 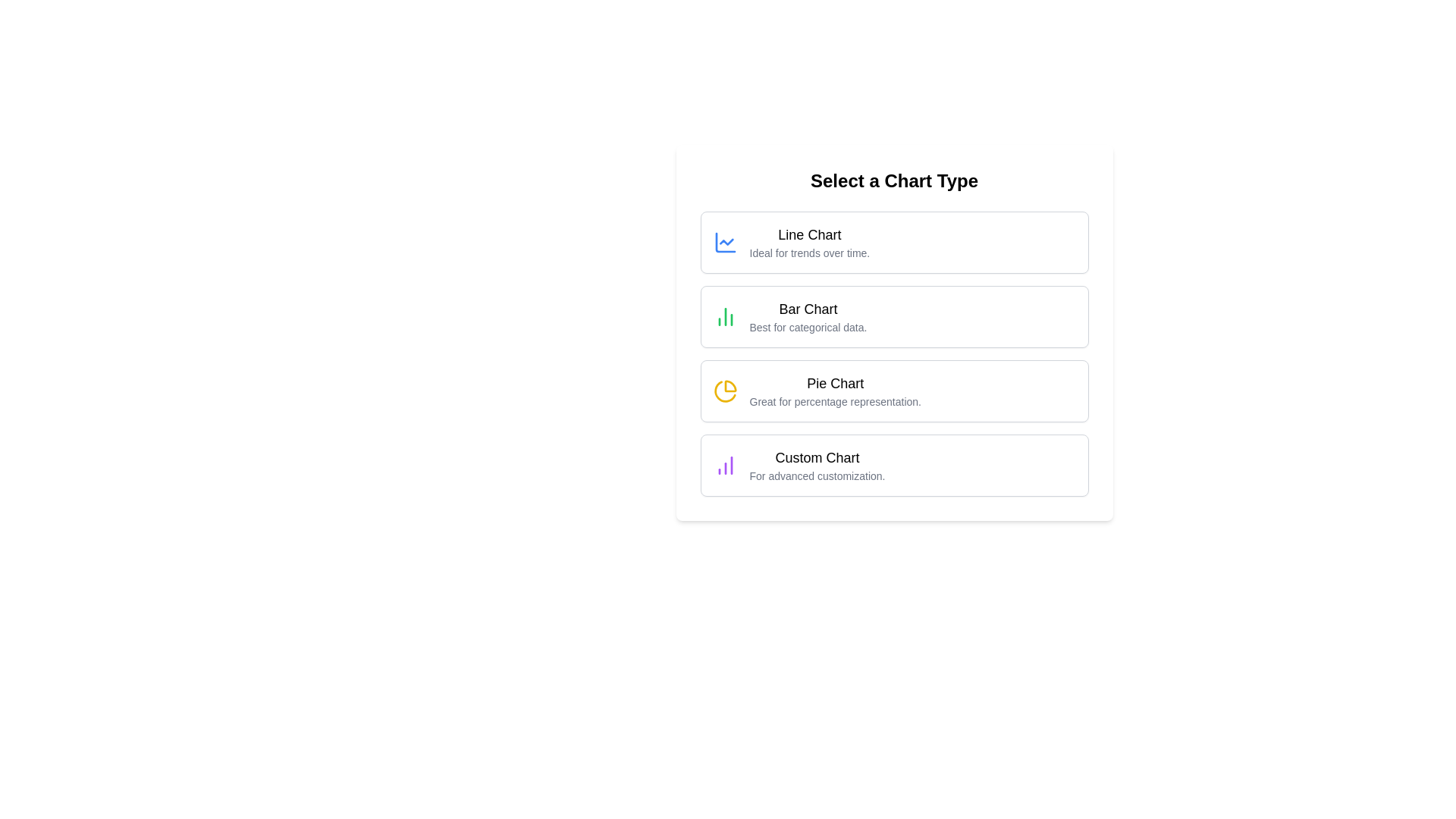 I want to click on the small blue square icon that features a minimalist line chart illustration, located to the left of the 'Line Chart' text, so click(x=724, y=242).